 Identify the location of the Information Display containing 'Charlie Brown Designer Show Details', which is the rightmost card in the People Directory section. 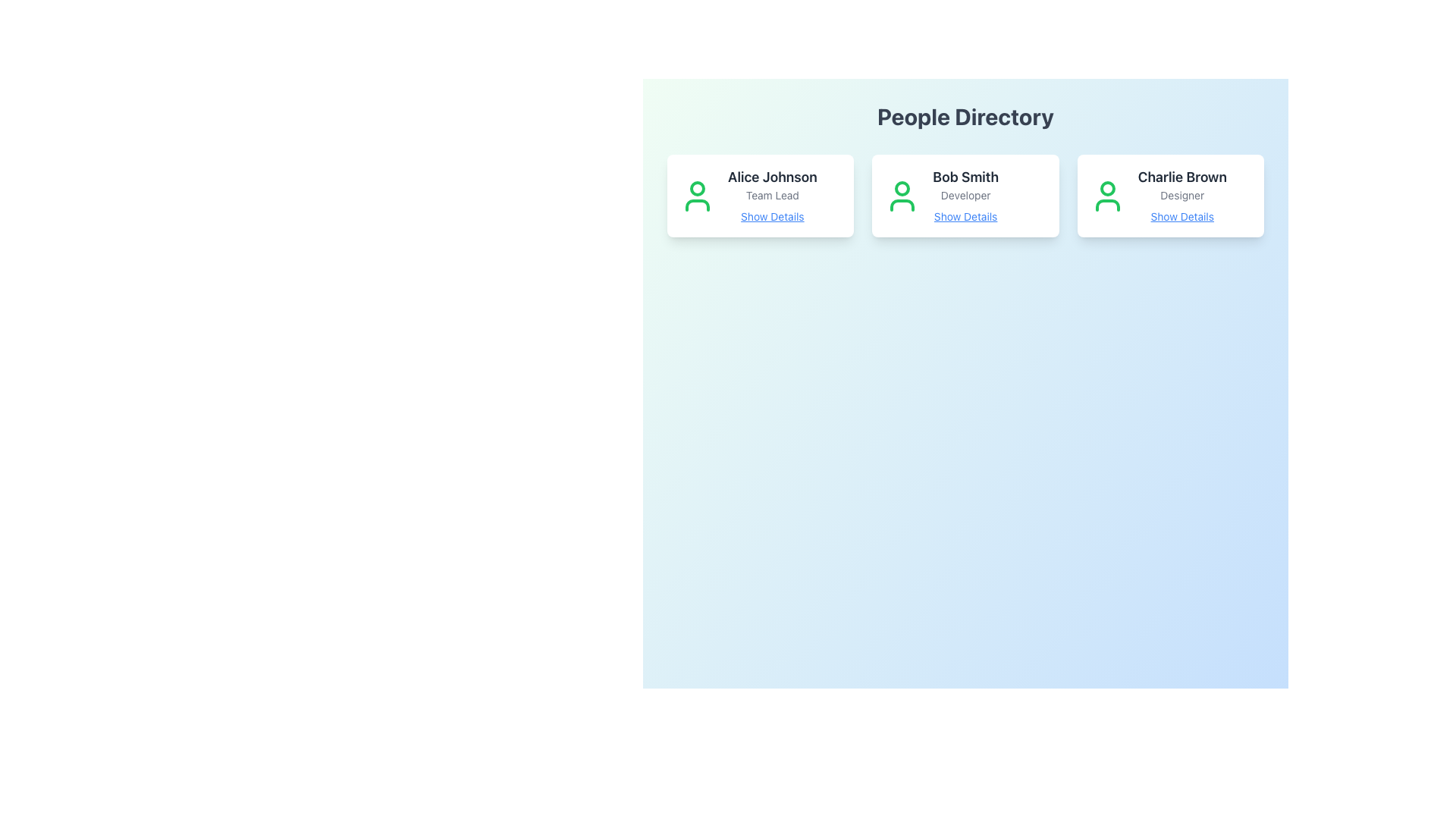
(1181, 195).